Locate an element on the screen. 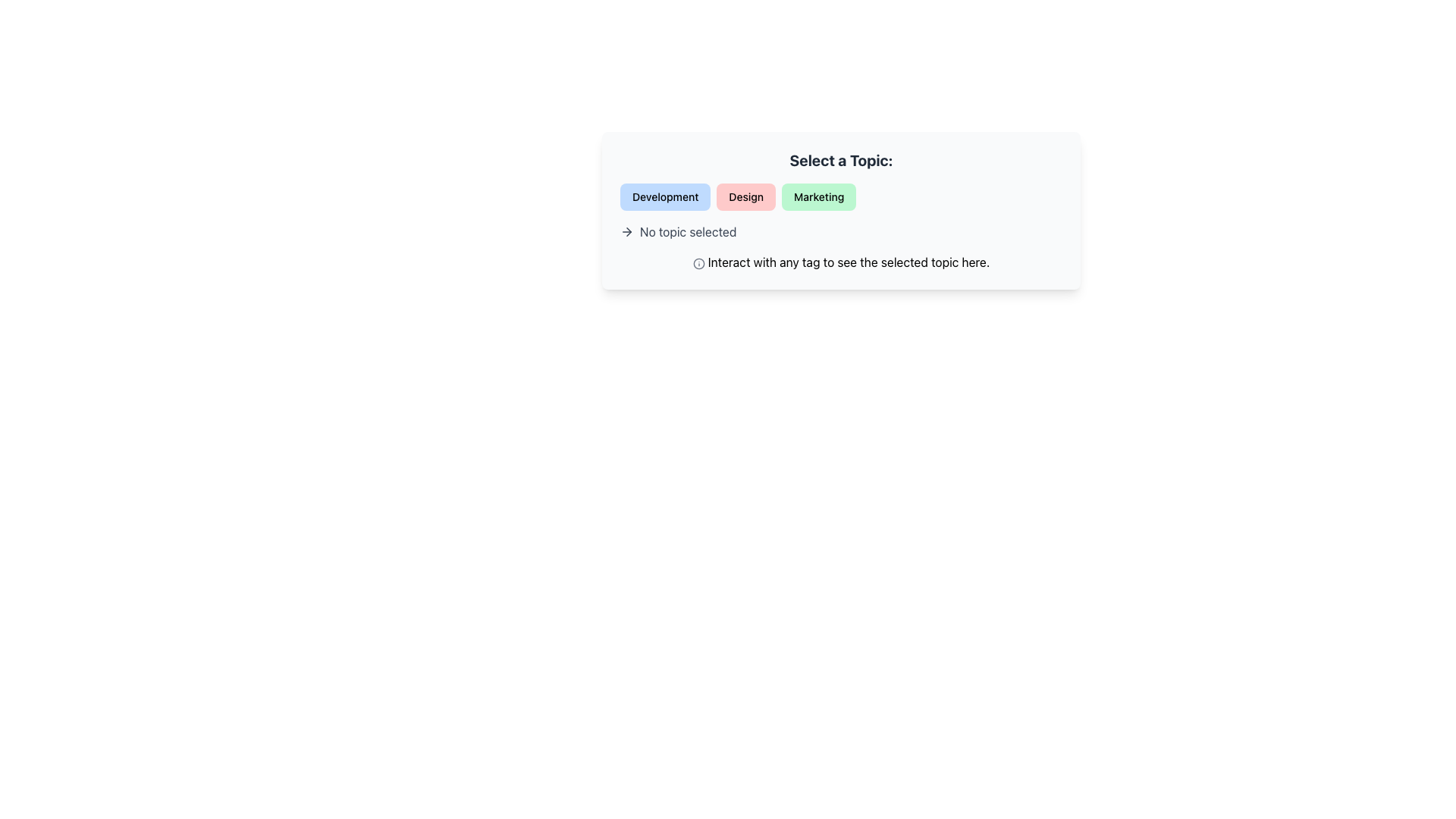 This screenshot has width=1456, height=819. the 'Development' button located at the top-left corner of a group of three horizontal buttons, which also includes 'Design' and 'Marketing' buttons is located at coordinates (665, 196).